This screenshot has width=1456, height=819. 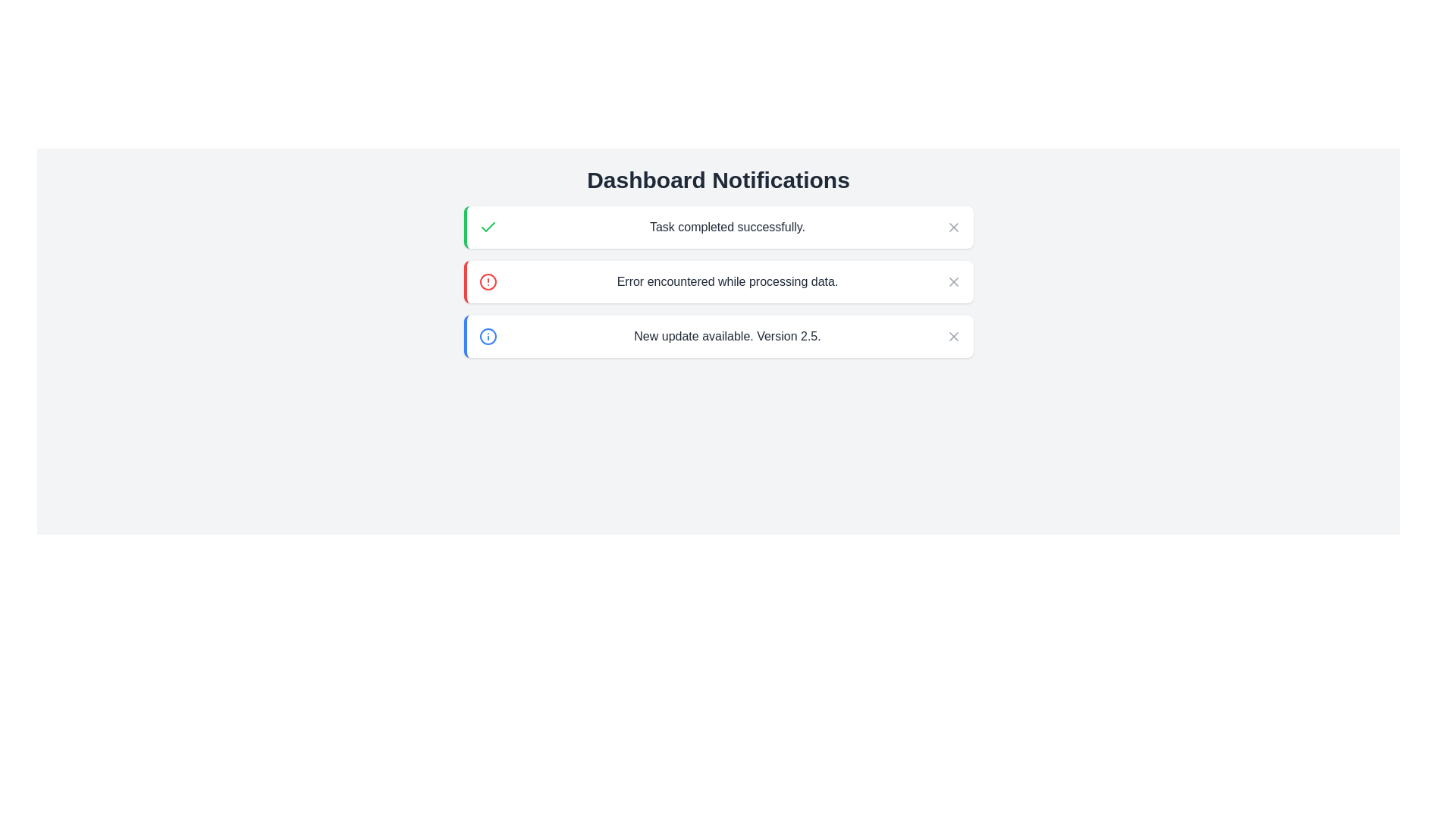 I want to click on the SVG Circle that is part of the alert icon in the second notification item, which indicates an error status, so click(x=488, y=281).